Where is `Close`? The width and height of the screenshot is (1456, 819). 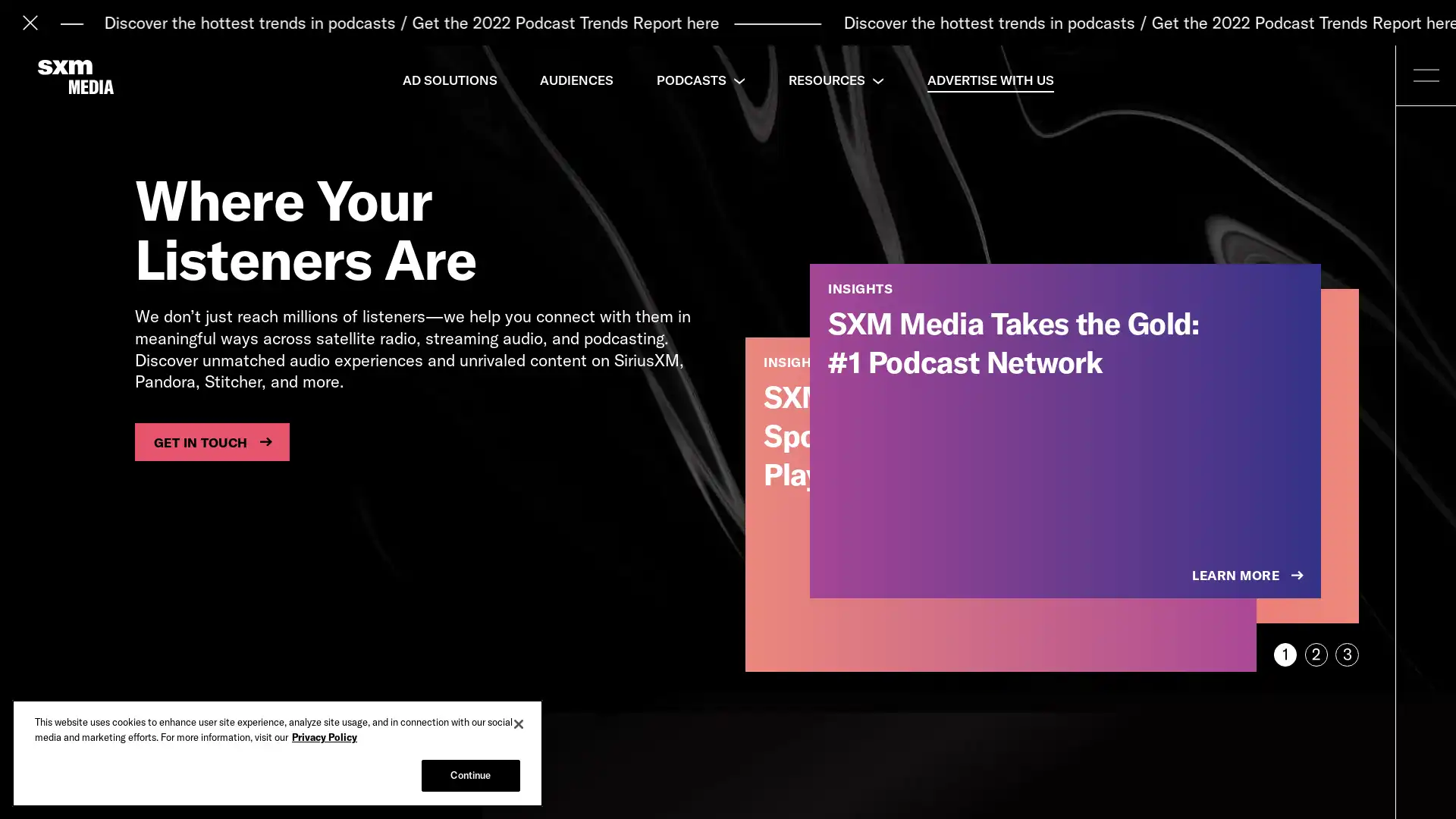 Close is located at coordinates (519, 723).